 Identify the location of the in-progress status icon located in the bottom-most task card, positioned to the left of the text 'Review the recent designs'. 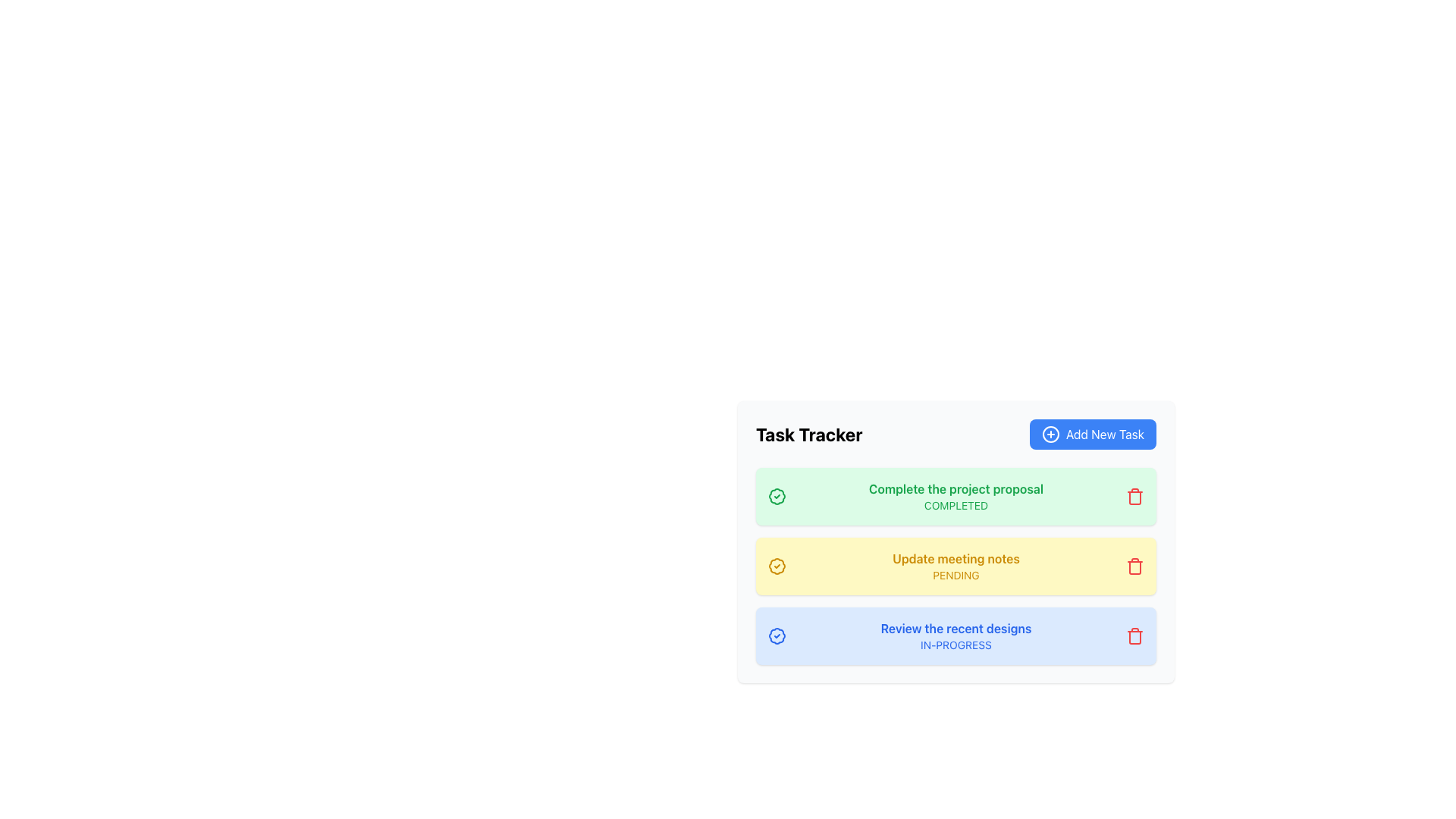
(777, 636).